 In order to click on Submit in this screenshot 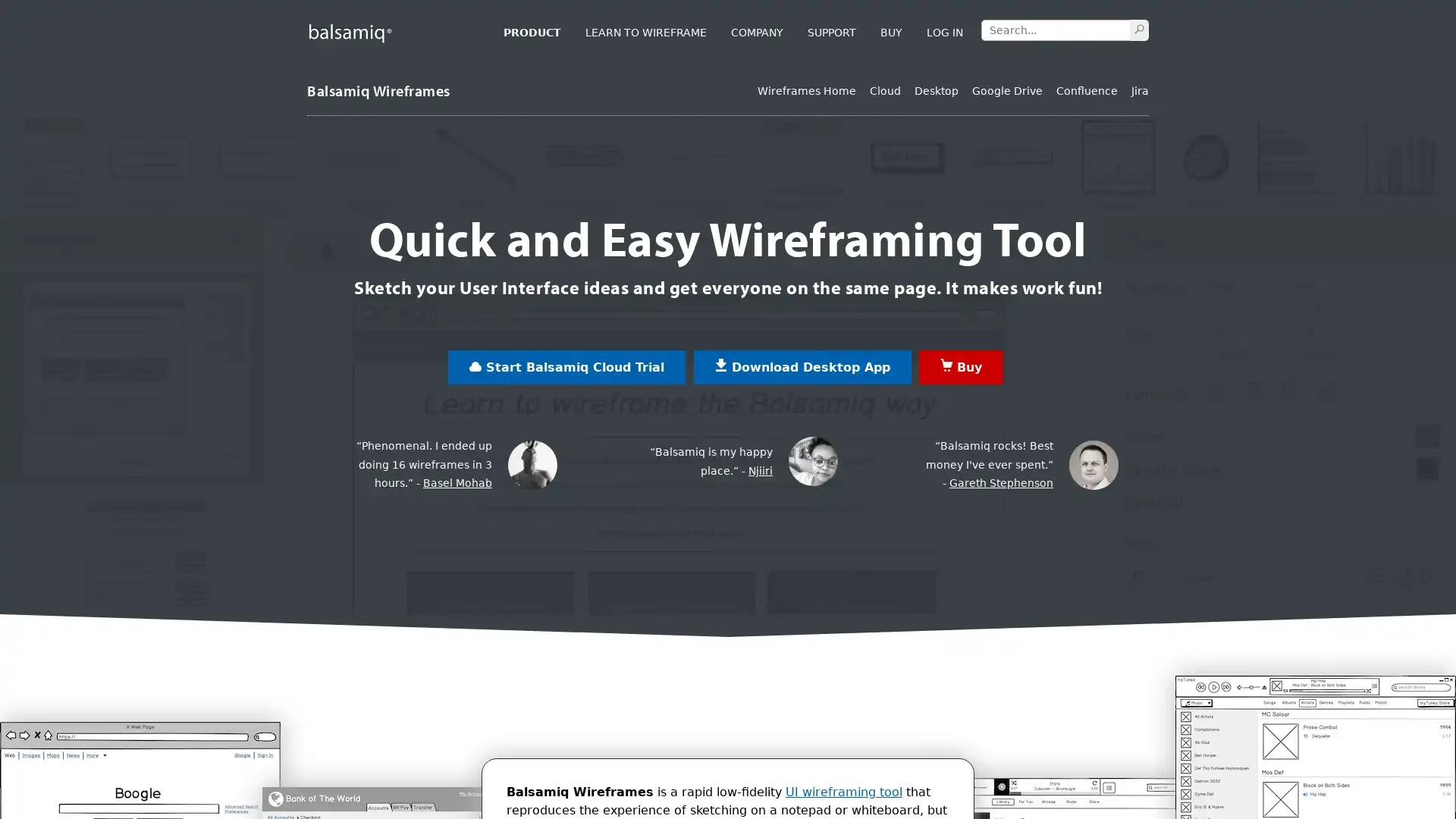, I will do `click(1139, 29)`.